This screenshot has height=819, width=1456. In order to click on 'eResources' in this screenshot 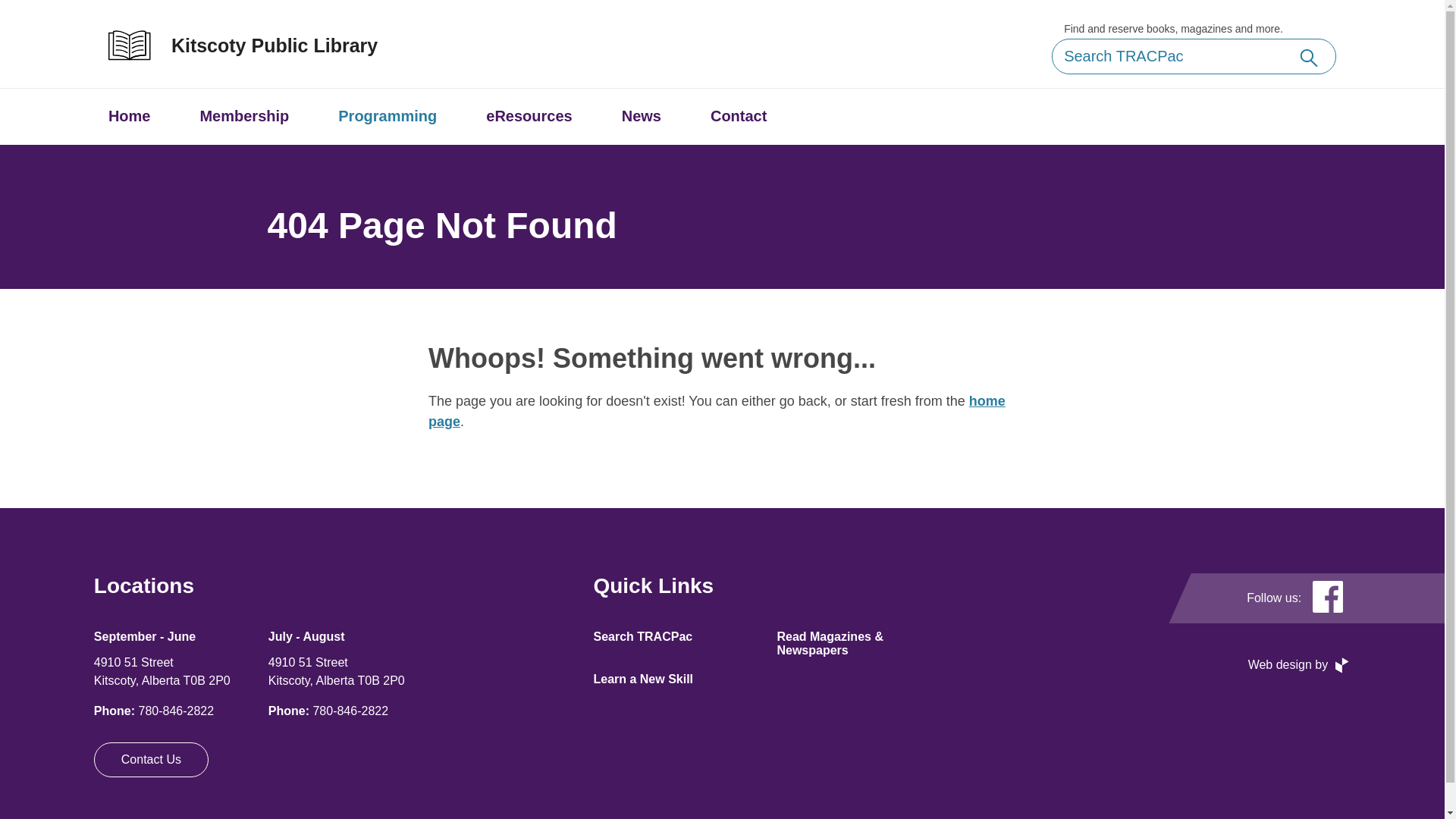, I will do `click(529, 115)`.